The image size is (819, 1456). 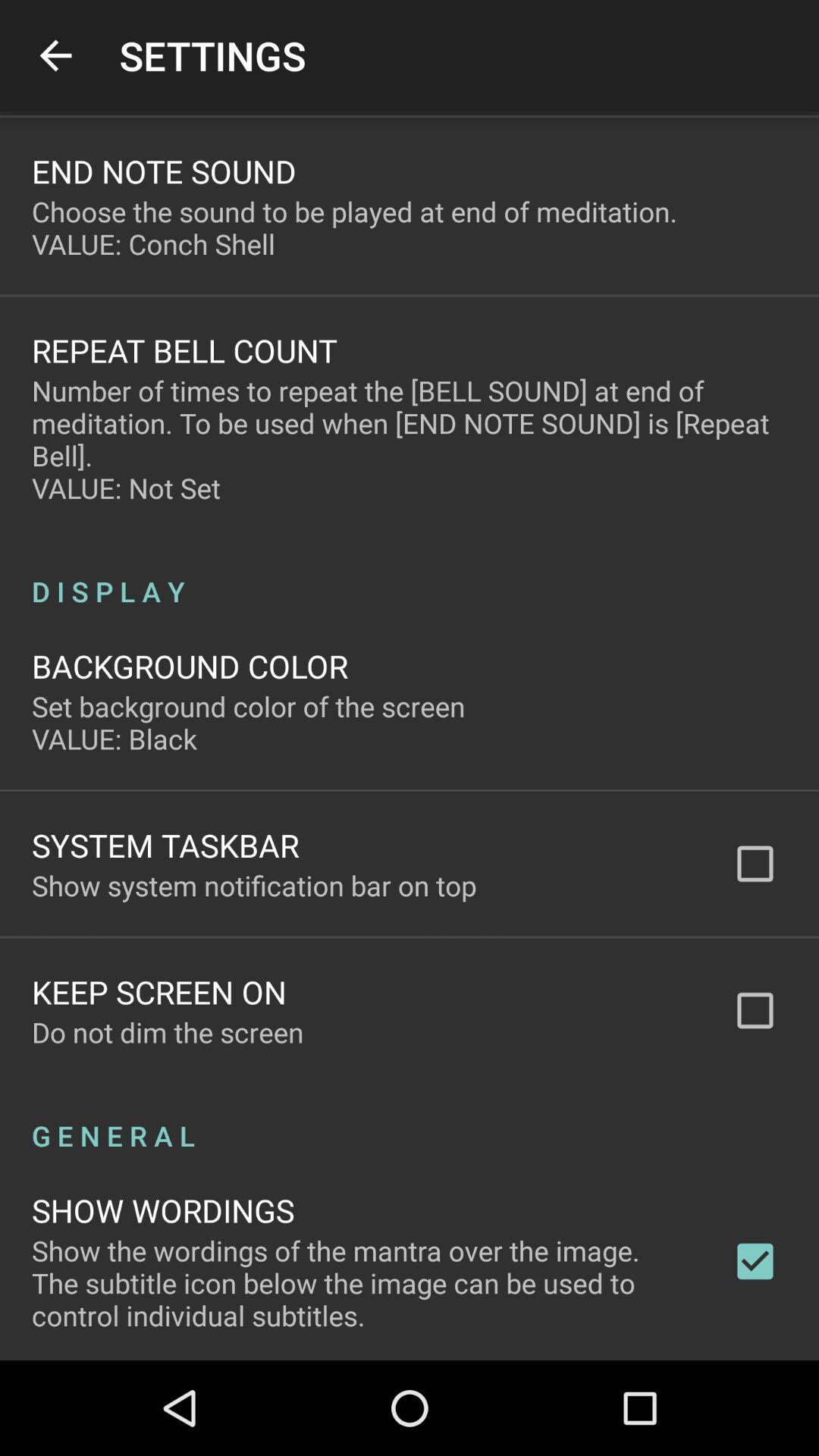 What do you see at coordinates (409, 438) in the screenshot?
I see `item above d i s icon` at bounding box center [409, 438].